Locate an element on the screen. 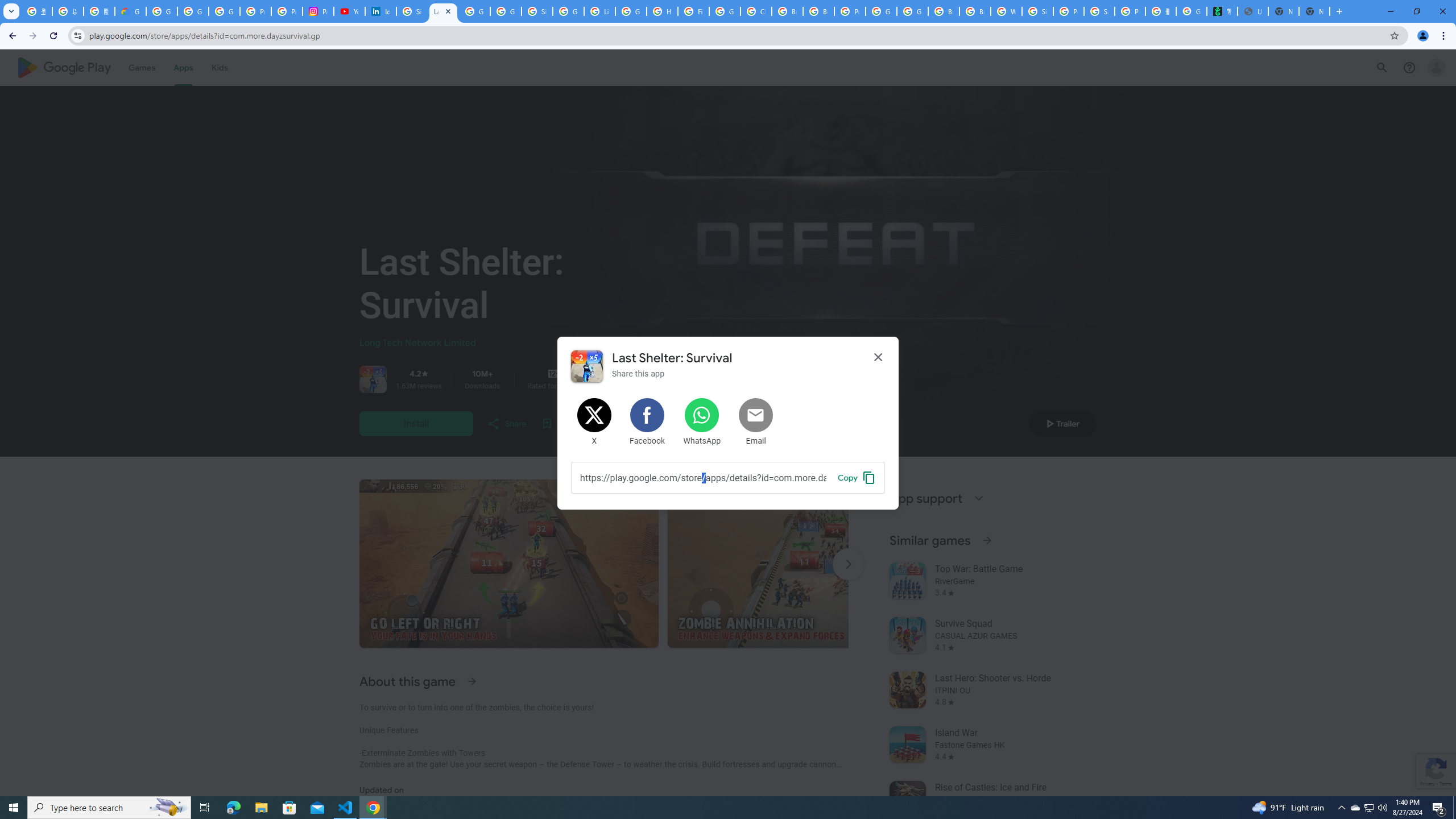 The height and width of the screenshot is (819, 1456). 'New Tab' is located at coordinates (1314, 11).